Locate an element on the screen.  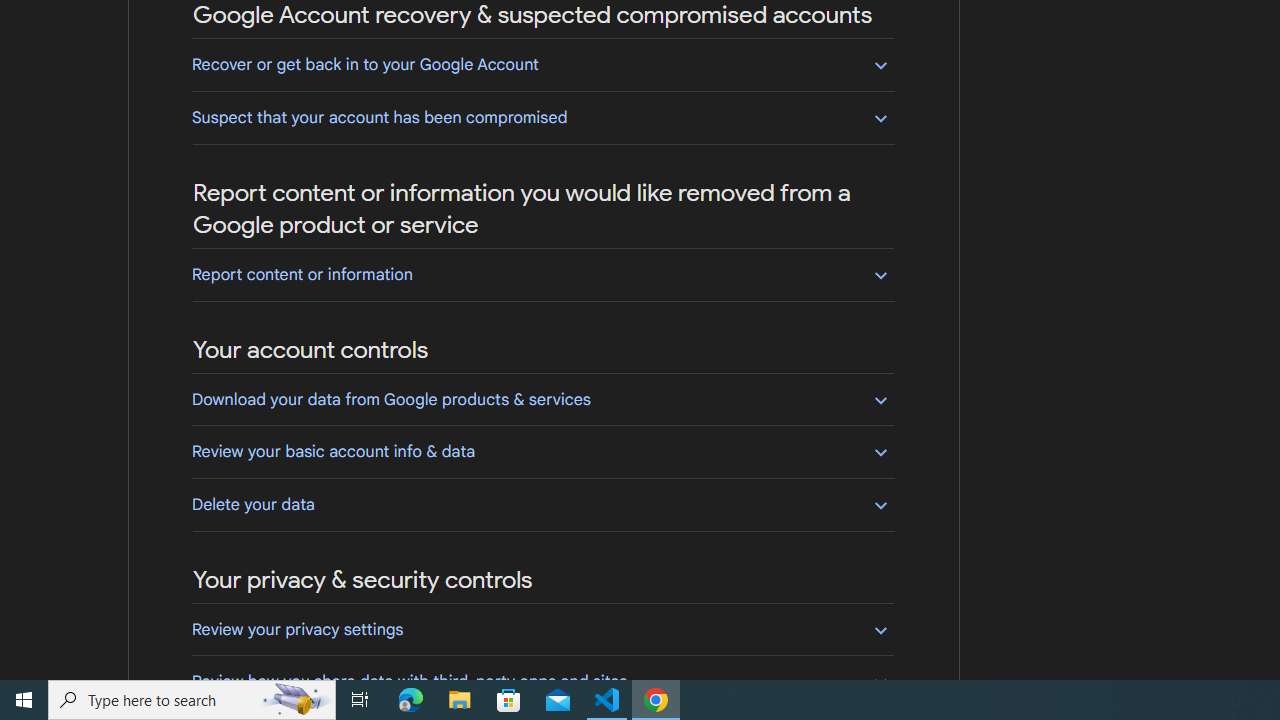
'Review how you share data with third-party apps and sites' is located at coordinates (542, 680).